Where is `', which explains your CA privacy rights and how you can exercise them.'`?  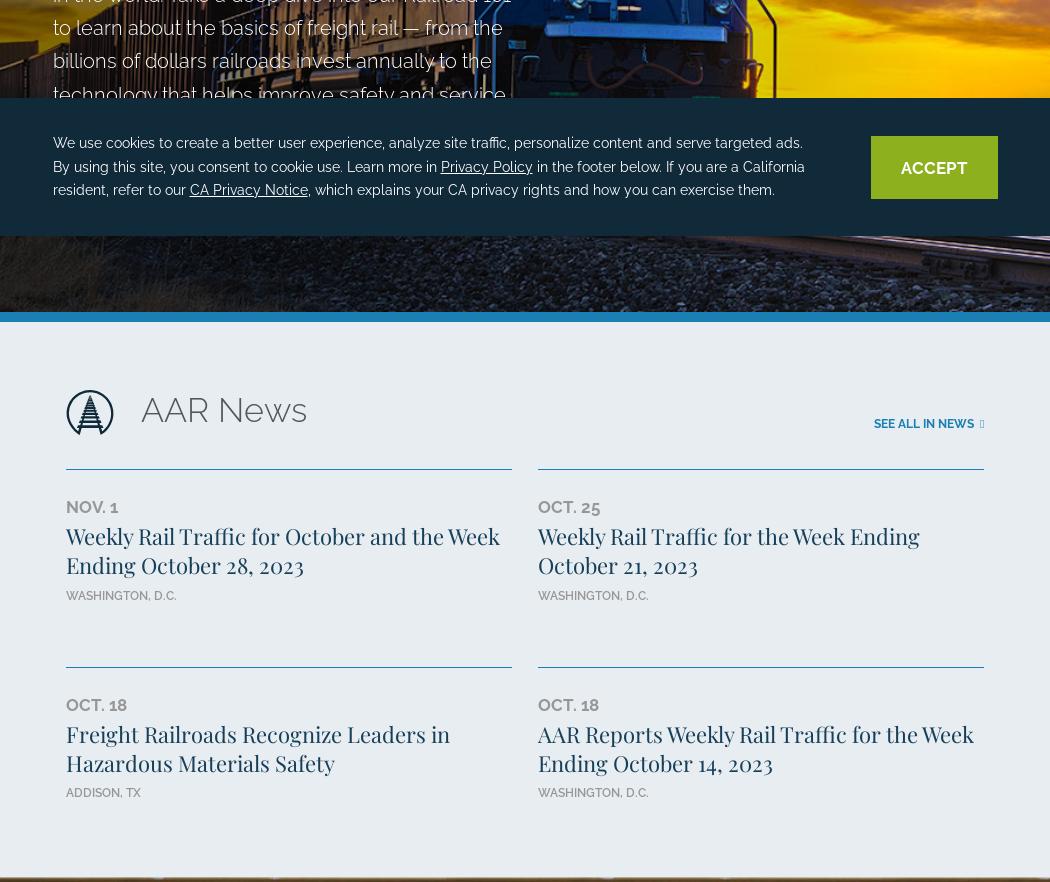
', which explains your CA privacy rights and how you can exercise them.' is located at coordinates (540, 189).